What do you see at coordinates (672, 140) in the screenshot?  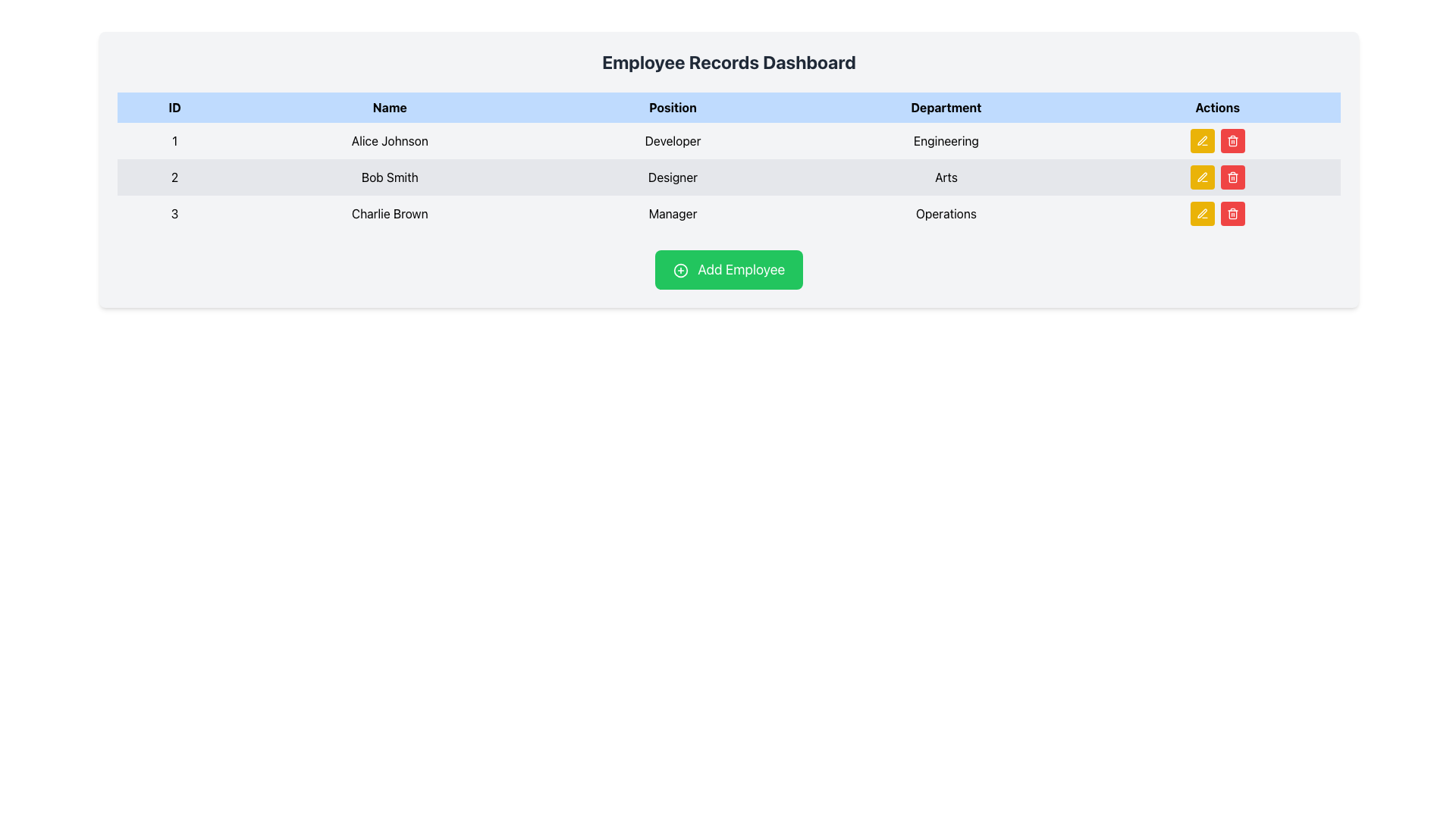 I see `the text label displaying 'Developer' in the 'Position' column for the employee 'Alice Johnson' in the 'Employee Records Dashboard' table` at bounding box center [672, 140].